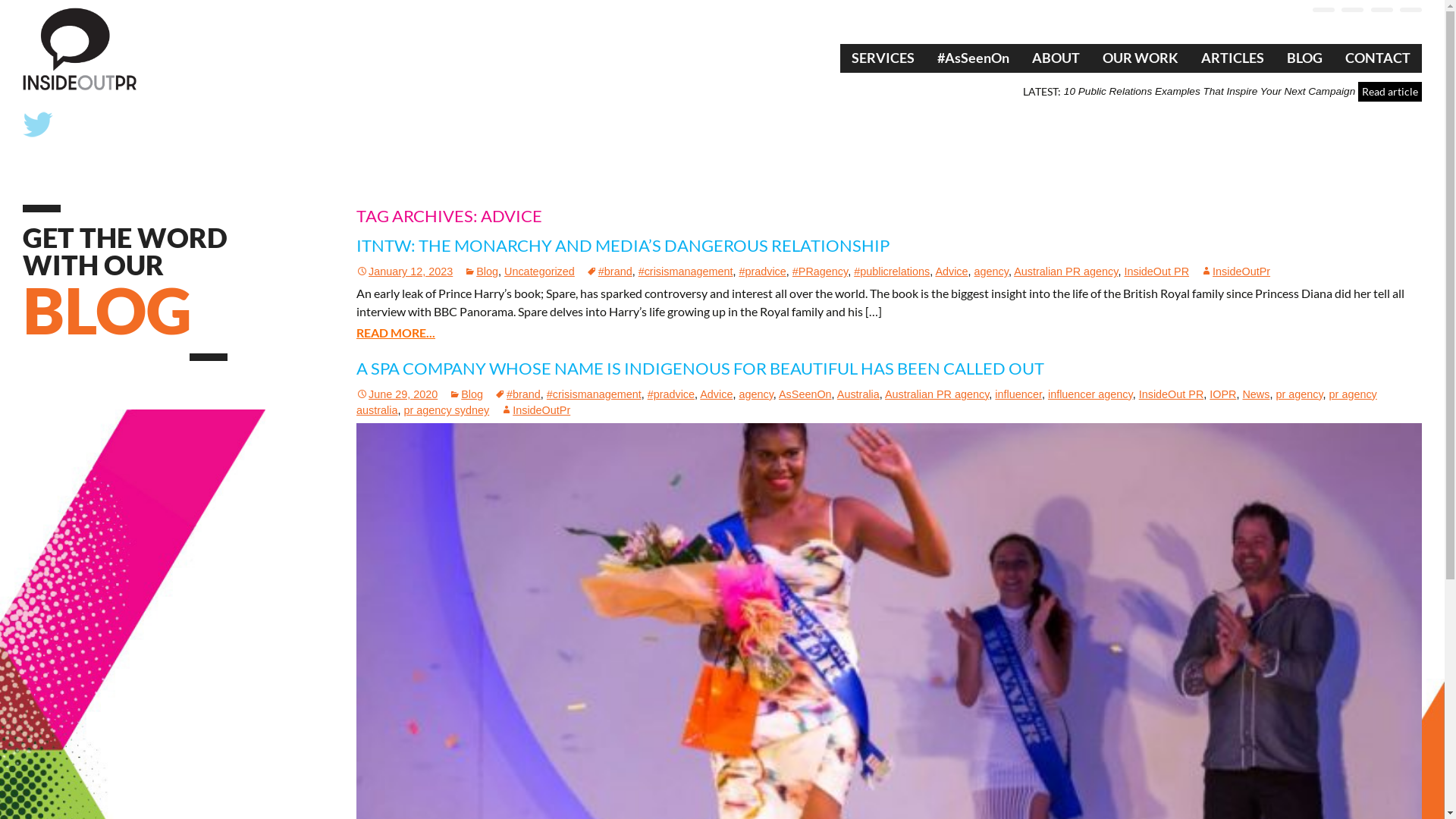  I want to click on 'ABOUT', so click(1055, 58).